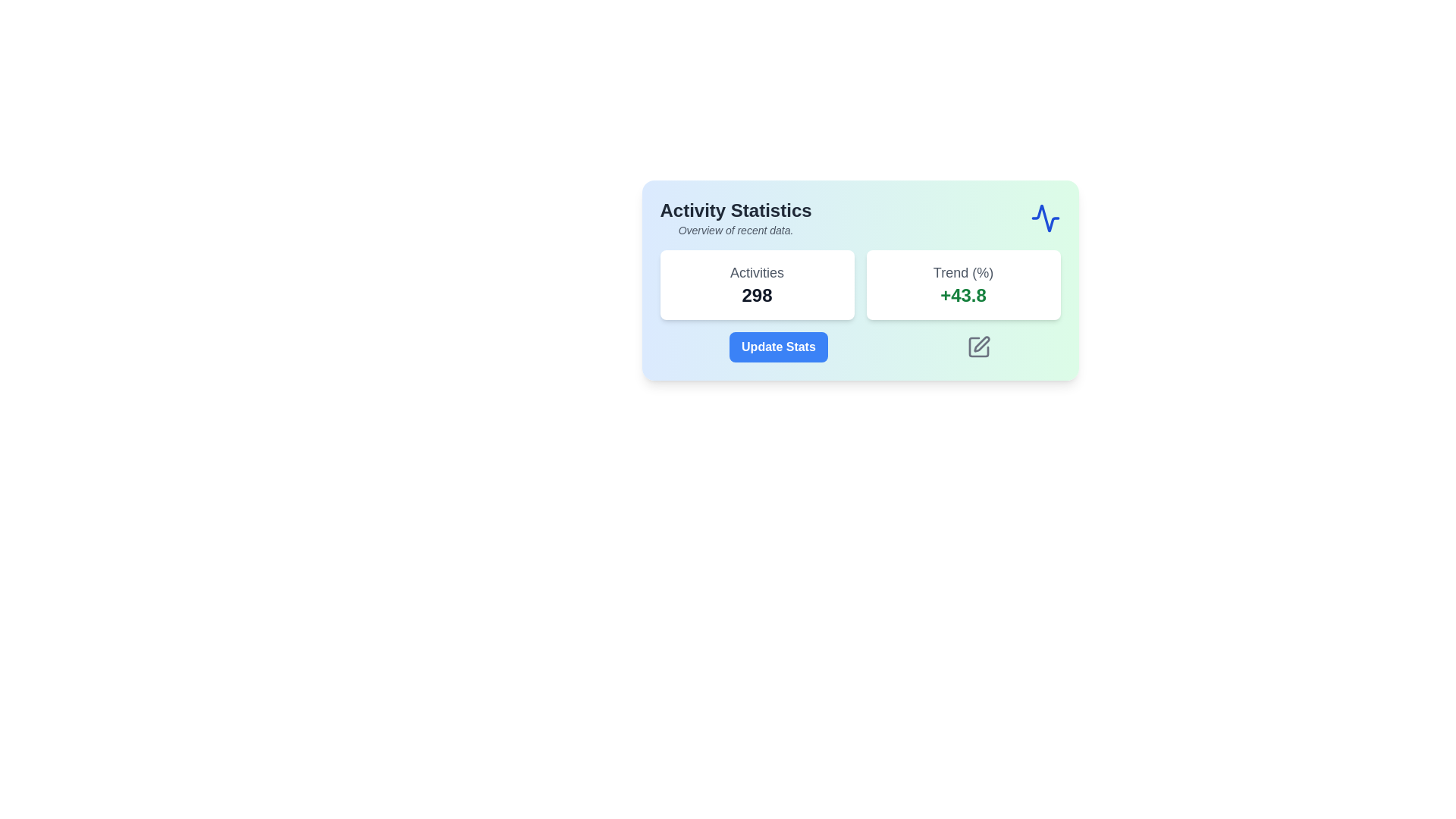  What do you see at coordinates (981, 344) in the screenshot?
I see `the icon representing a pen located in the bottom right corner of the card component for editing or modifying data` at bounding box center [981, 344].